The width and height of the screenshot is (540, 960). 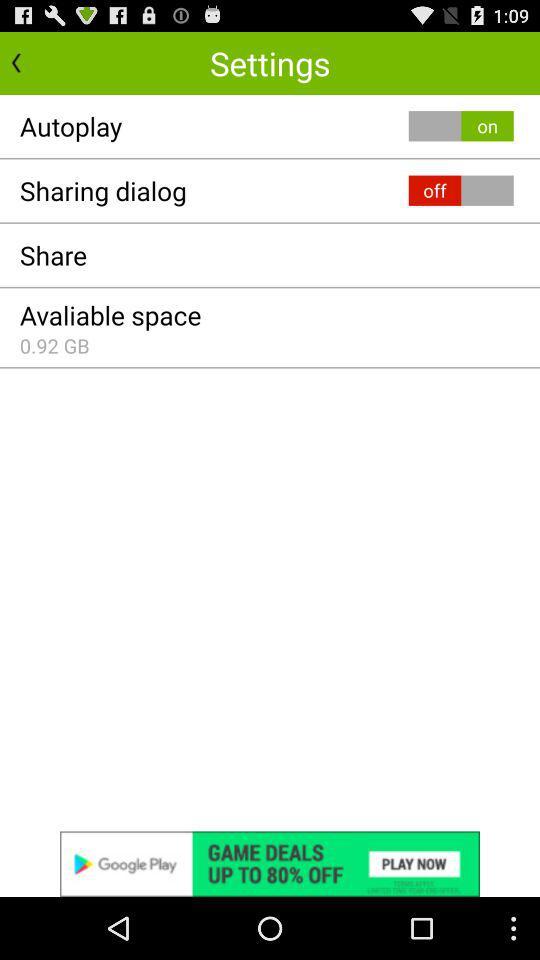 What do you see at coordinates (270, 863) in the screenshot?
I see `see advertisement` at bounding box center [270, 863].